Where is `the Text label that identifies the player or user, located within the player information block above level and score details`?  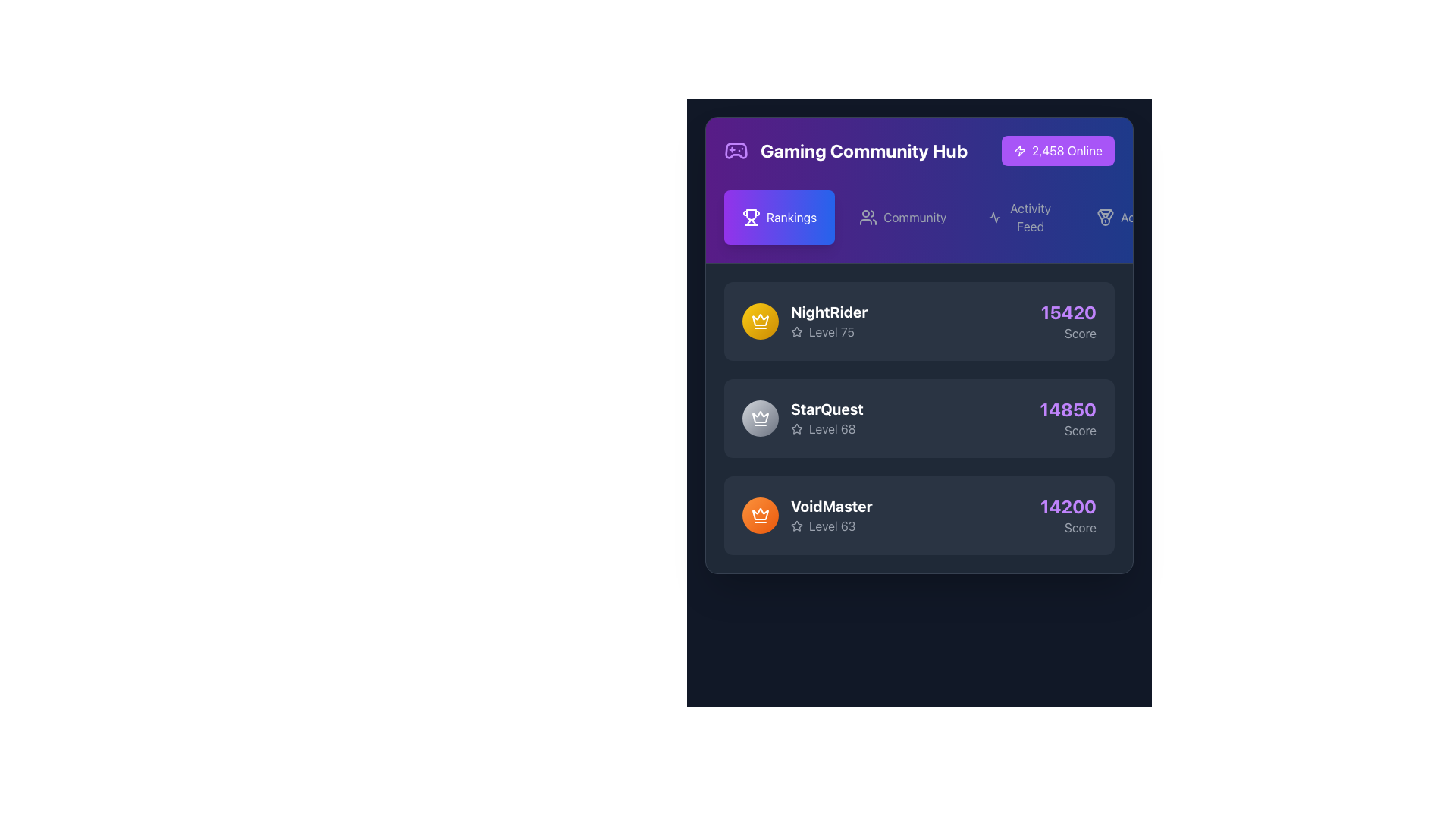 the Text label that identifies the player or user, located within the player information block above level and score details is located at coordinates (830, 506).